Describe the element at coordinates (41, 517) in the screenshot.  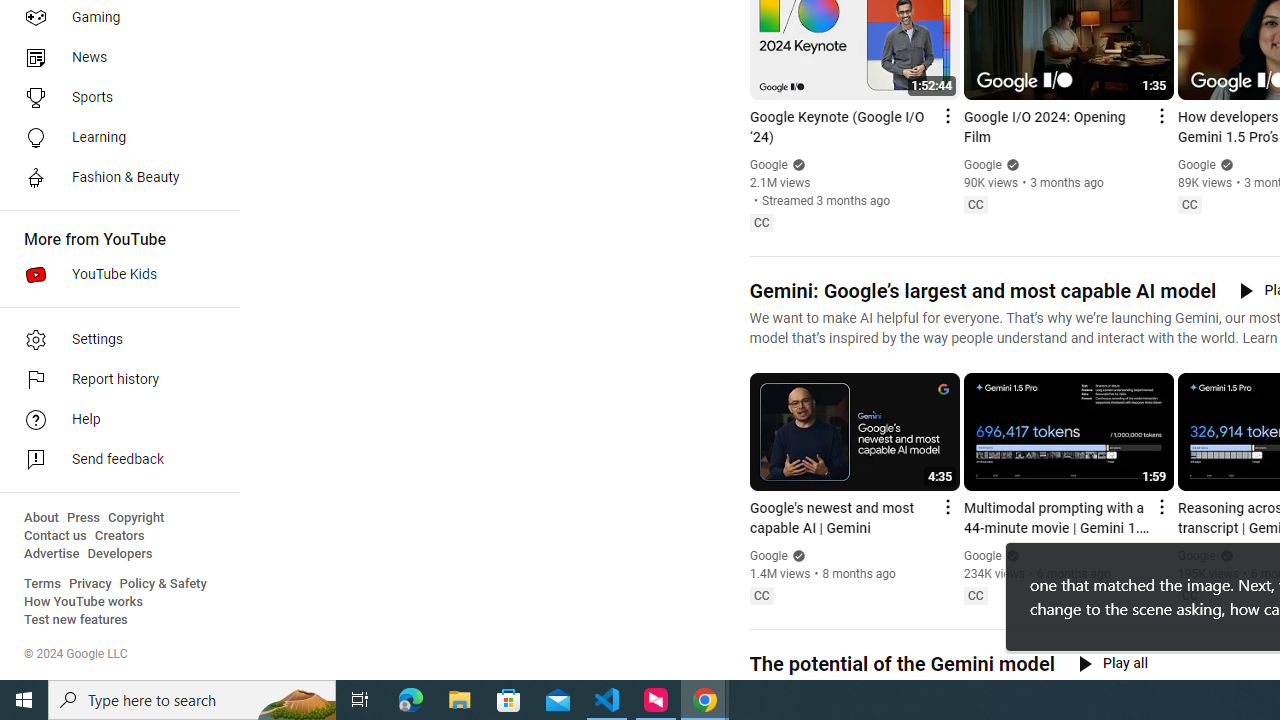
I see `'About'` at that location.